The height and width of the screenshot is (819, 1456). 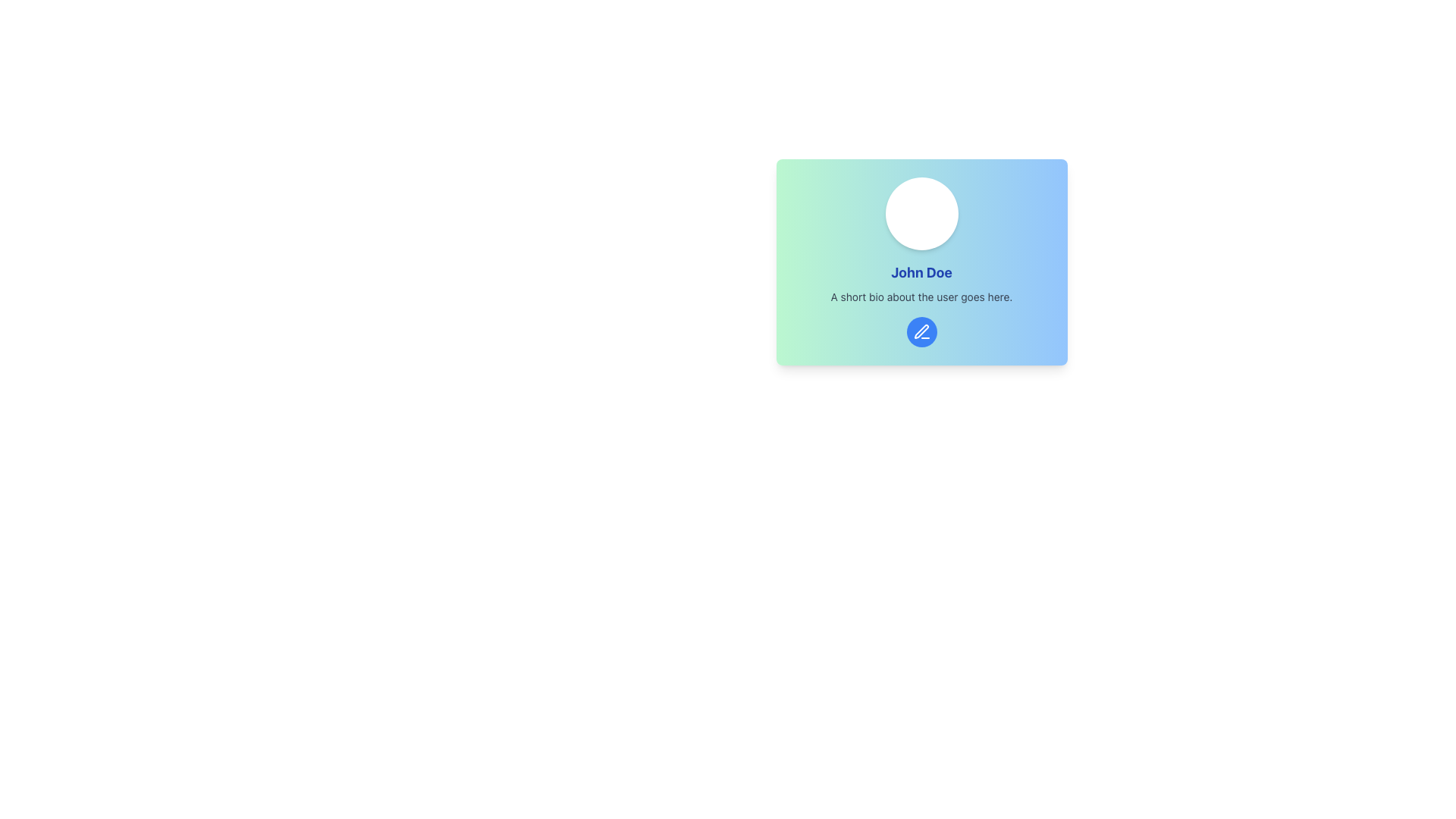 What do you see at coordinates (921, 331) in the screenshot?
I see `the edit button located below the text 'A short bio about the user goes here.'` at bounding box center [921, 331].